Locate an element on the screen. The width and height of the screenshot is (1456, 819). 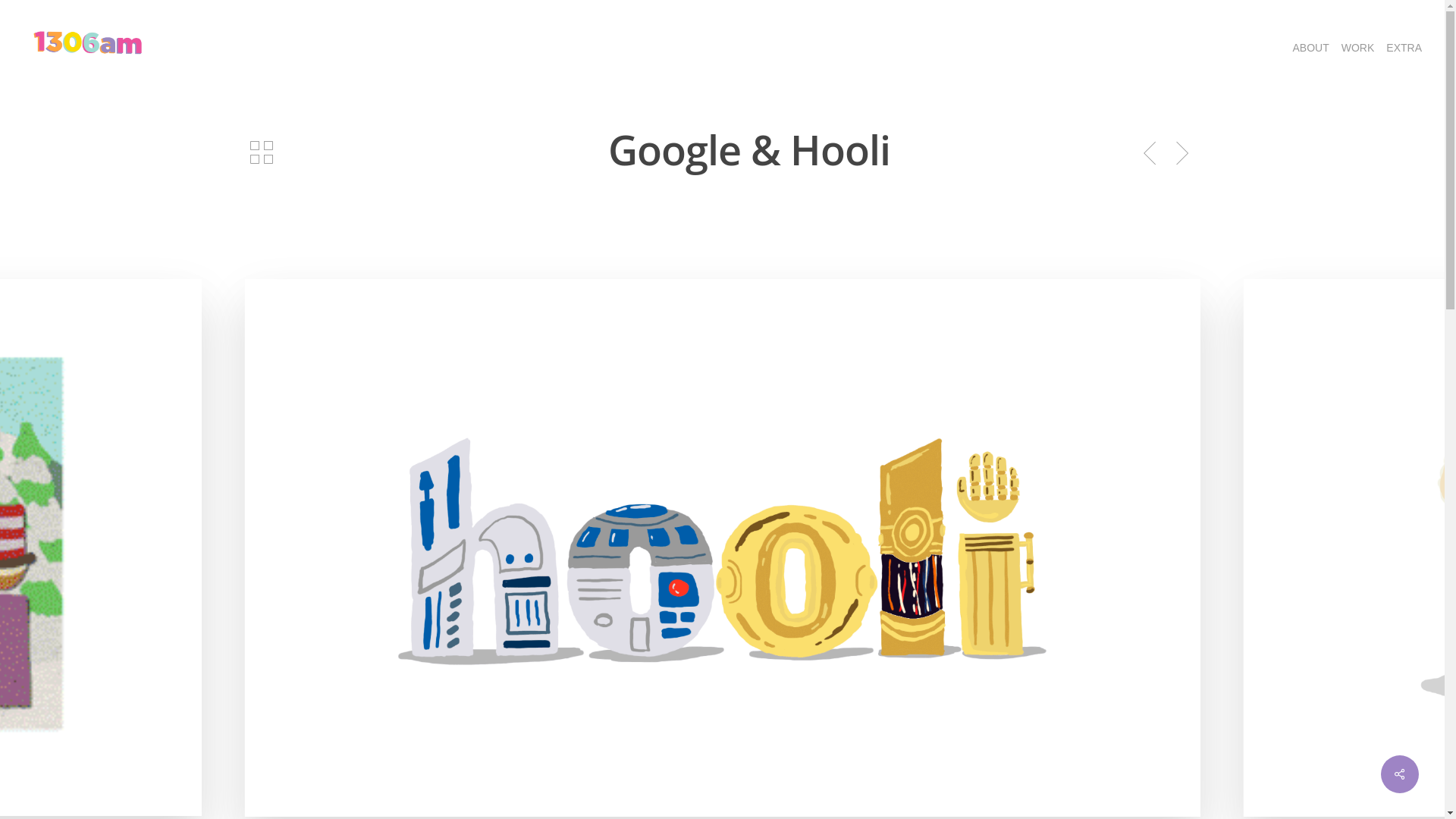
'EXTRA' is located at coordinates (1403, 46).